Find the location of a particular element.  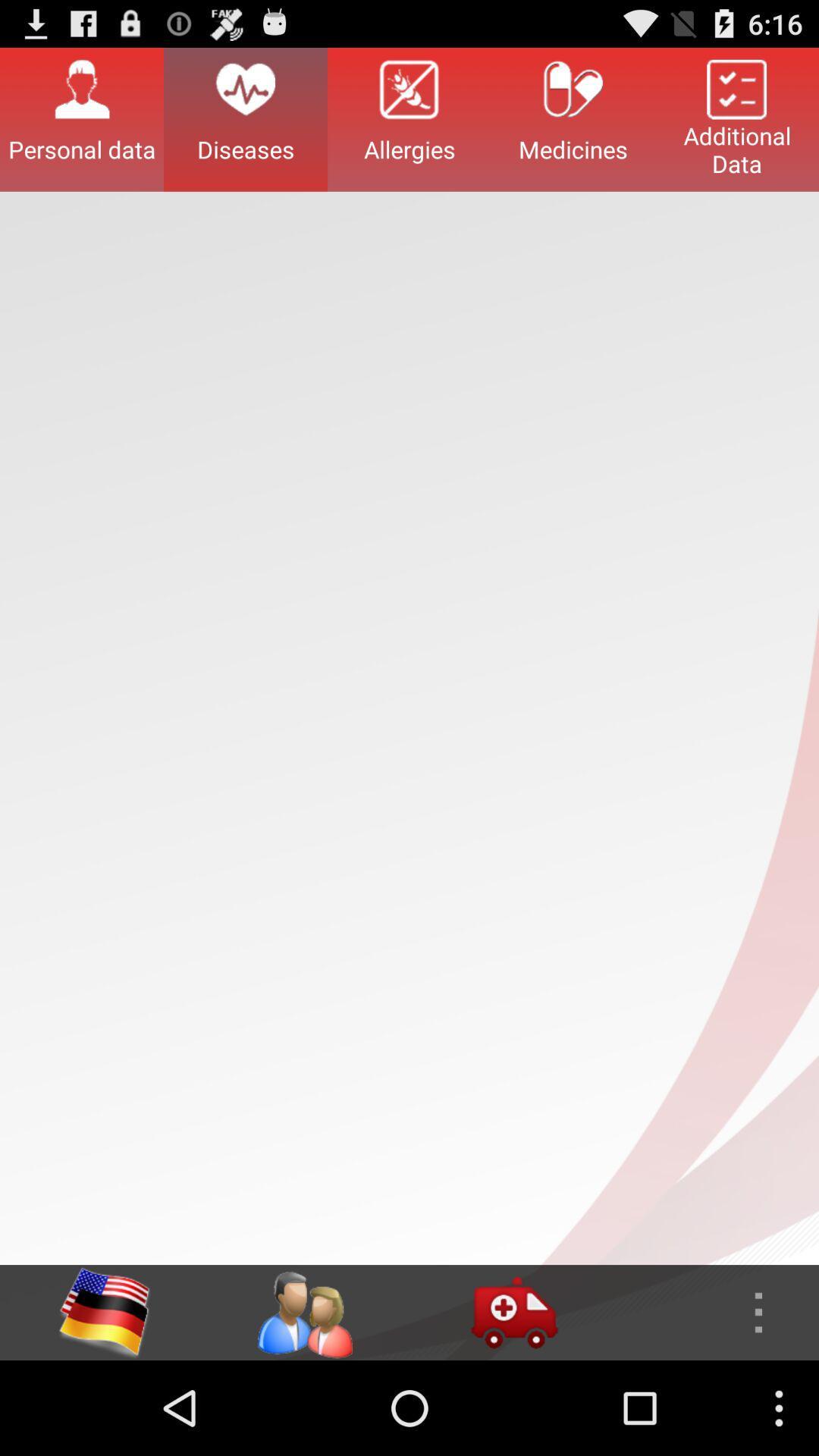

open menu is located at coordinates (714, 1312).